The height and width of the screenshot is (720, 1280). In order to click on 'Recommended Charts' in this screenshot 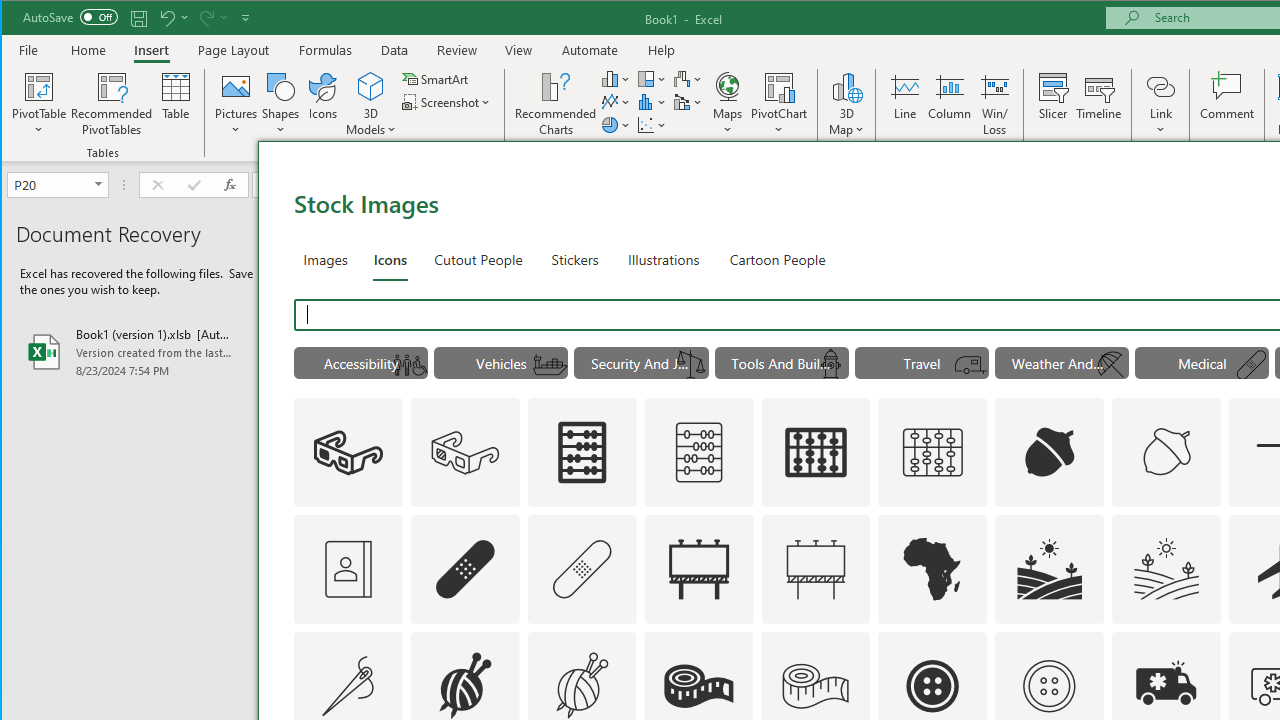, I will do `click(556, 104)`.